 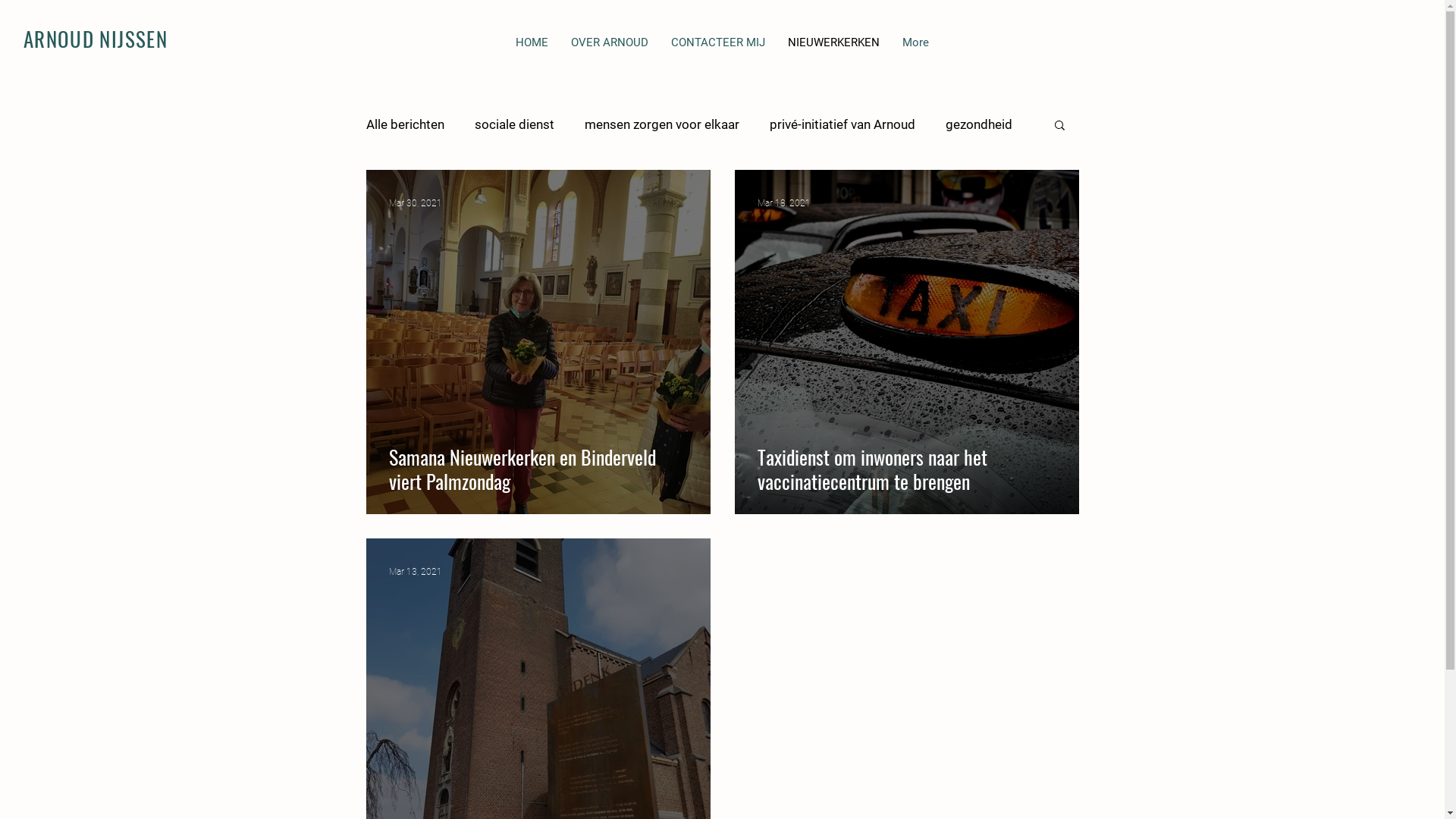 What do you see at coordinates (610, 50) in the screenshot?
I see `'OVER ARNOUD'` at bounding box center [610, 50].